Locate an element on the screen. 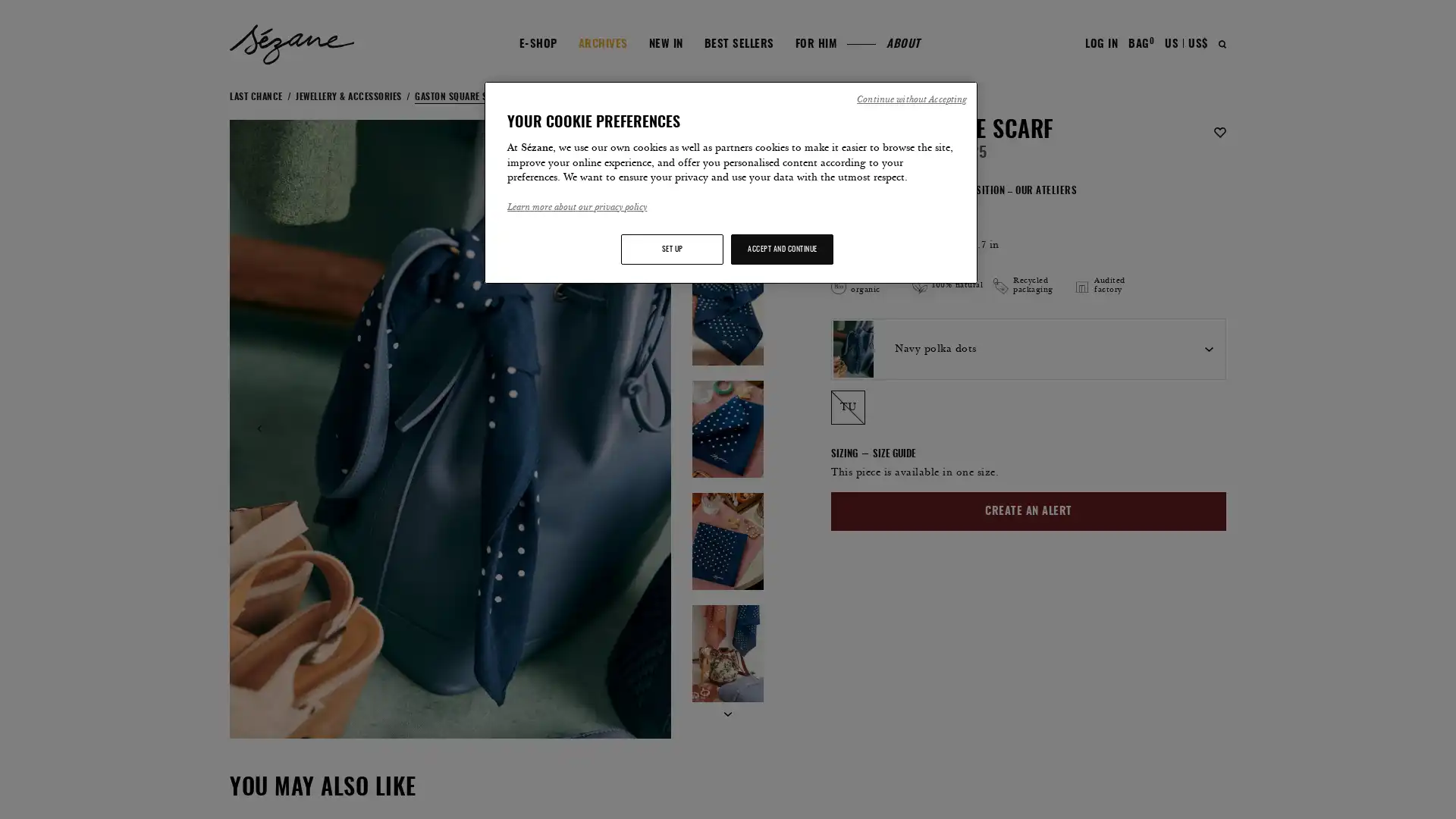 This screenshot has height=819, width=1456. front.slider.next_slide is located at coordinates (726, 714).